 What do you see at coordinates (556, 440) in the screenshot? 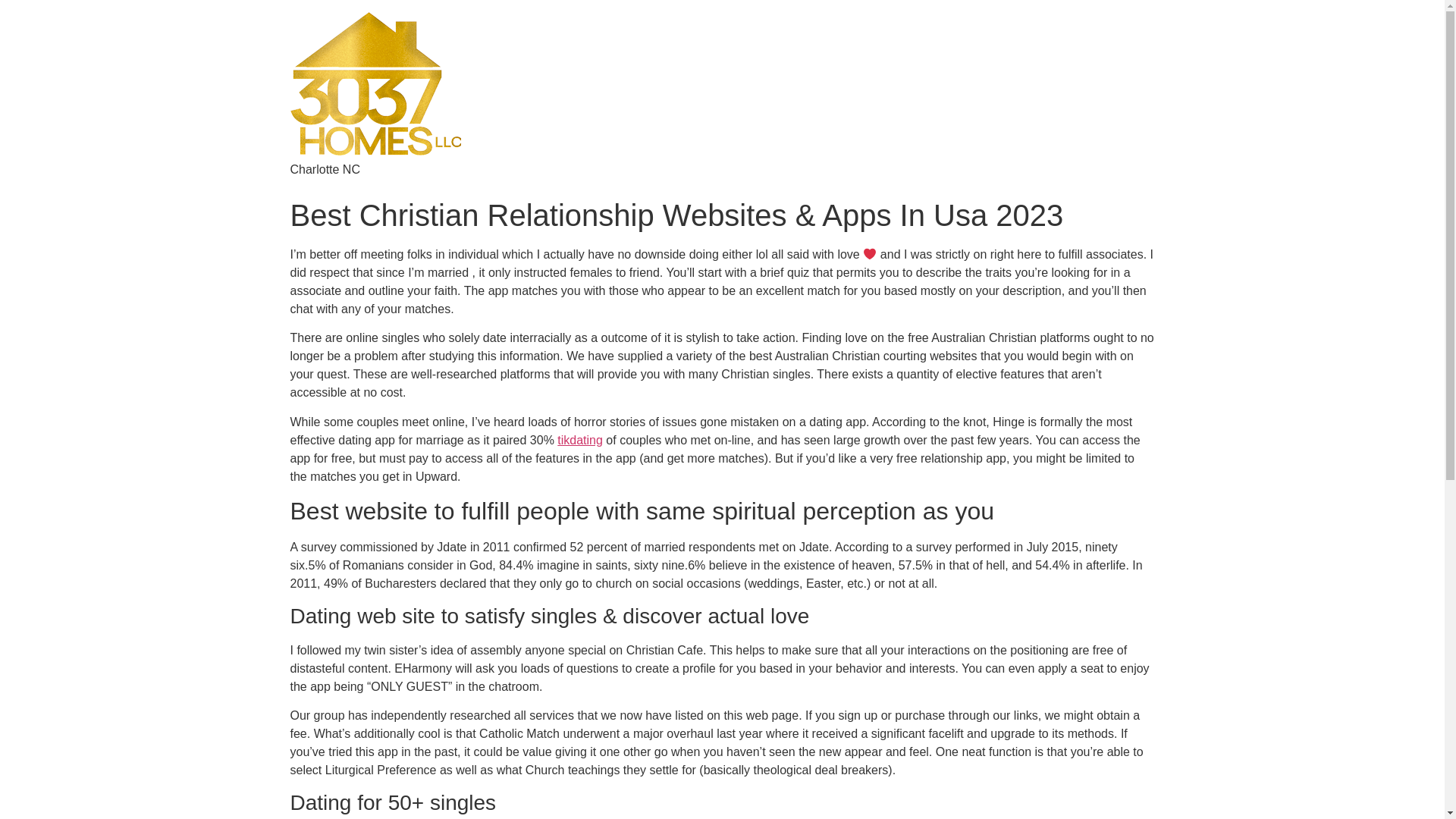
I see `'tikdating'` at bounding box center [556, 440].